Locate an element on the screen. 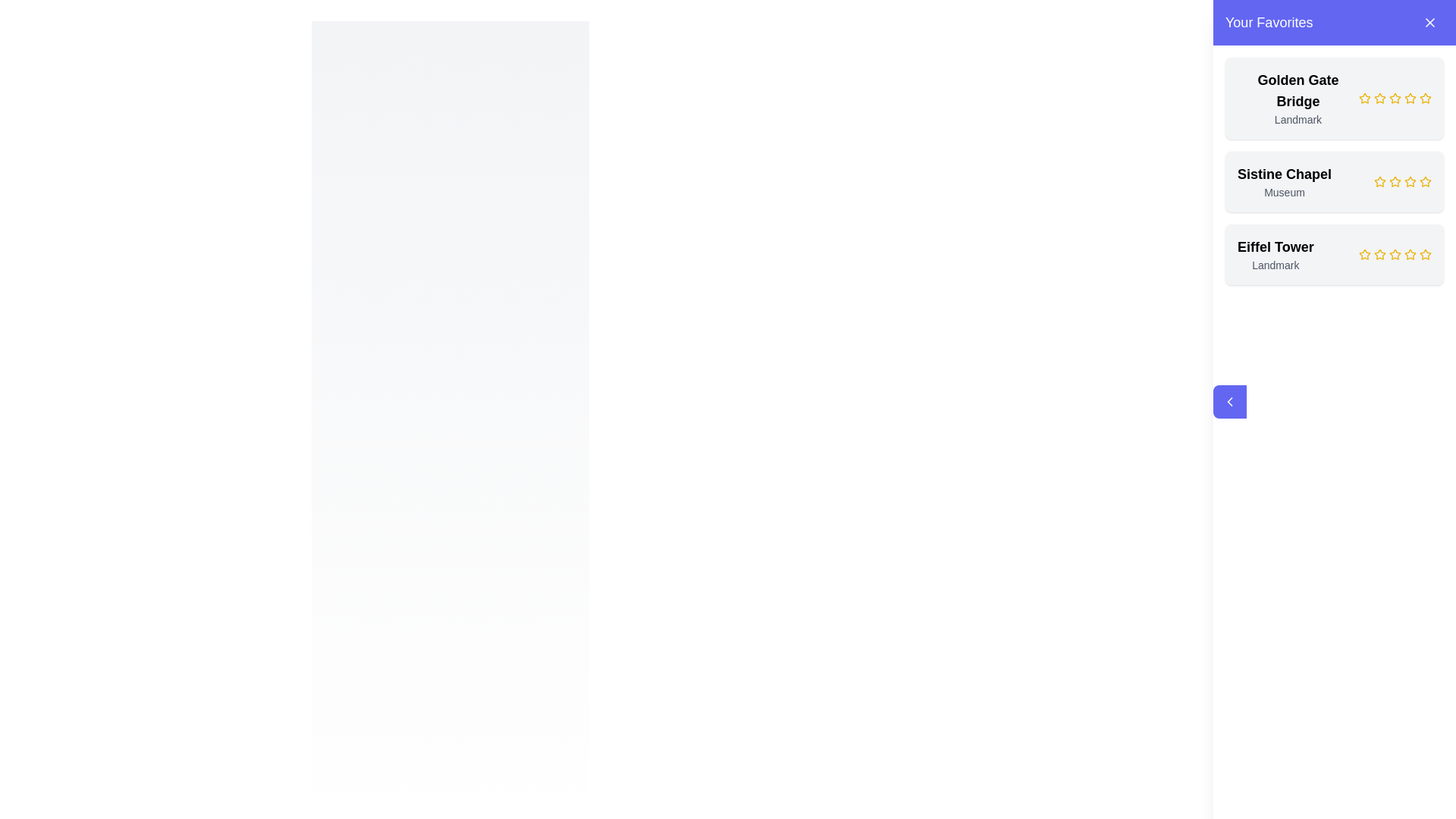 The height and width of the screenshot is (819, 1456). the text label displaying 'Golden Gate Bridge' in bold with the word 'Landmark' below it, located in the 'Your Favorites' section is located at coordinates (1298, 99).